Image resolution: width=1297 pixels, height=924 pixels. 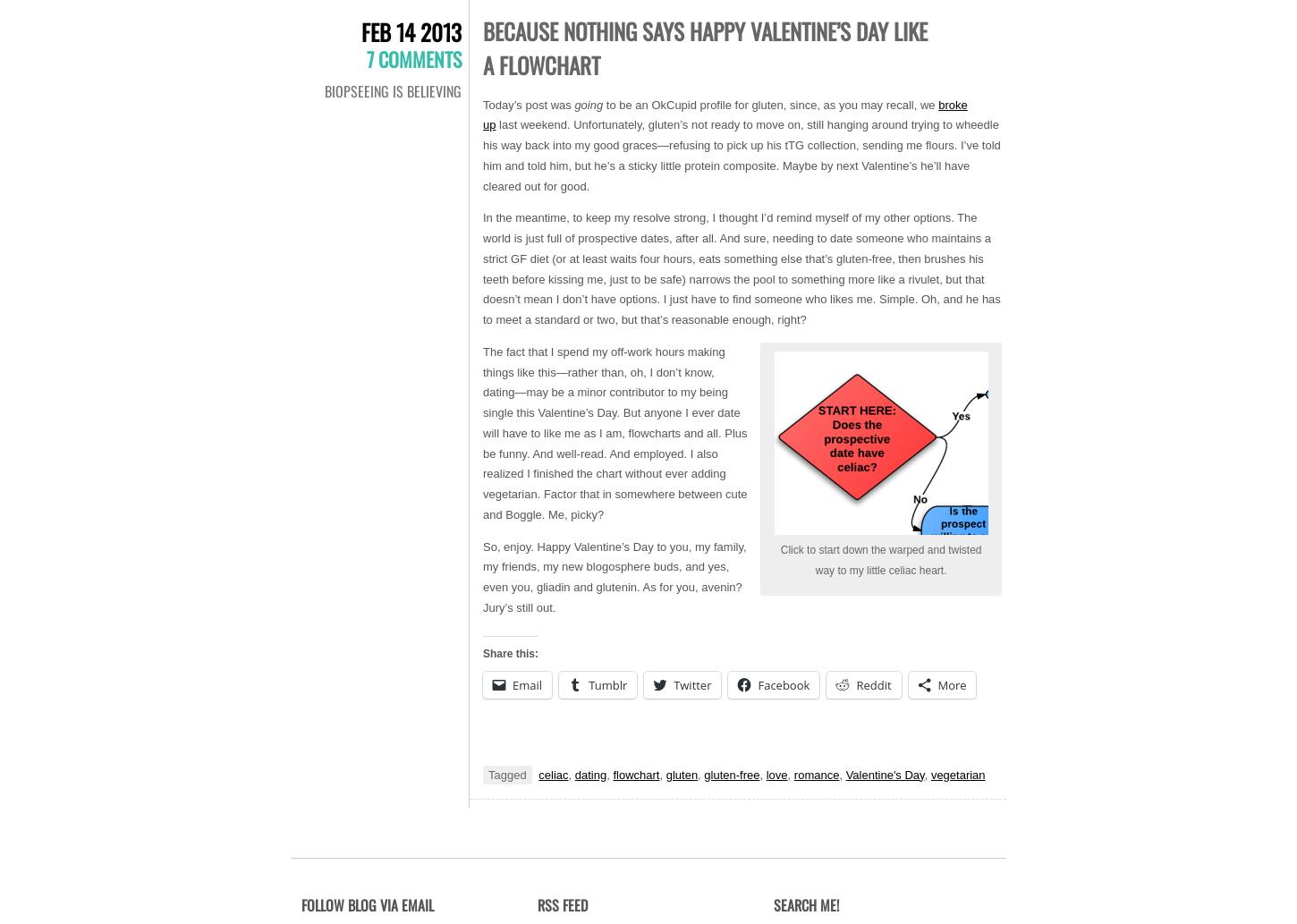 I want to click on '7 Comments', so click(x=412, y=57).